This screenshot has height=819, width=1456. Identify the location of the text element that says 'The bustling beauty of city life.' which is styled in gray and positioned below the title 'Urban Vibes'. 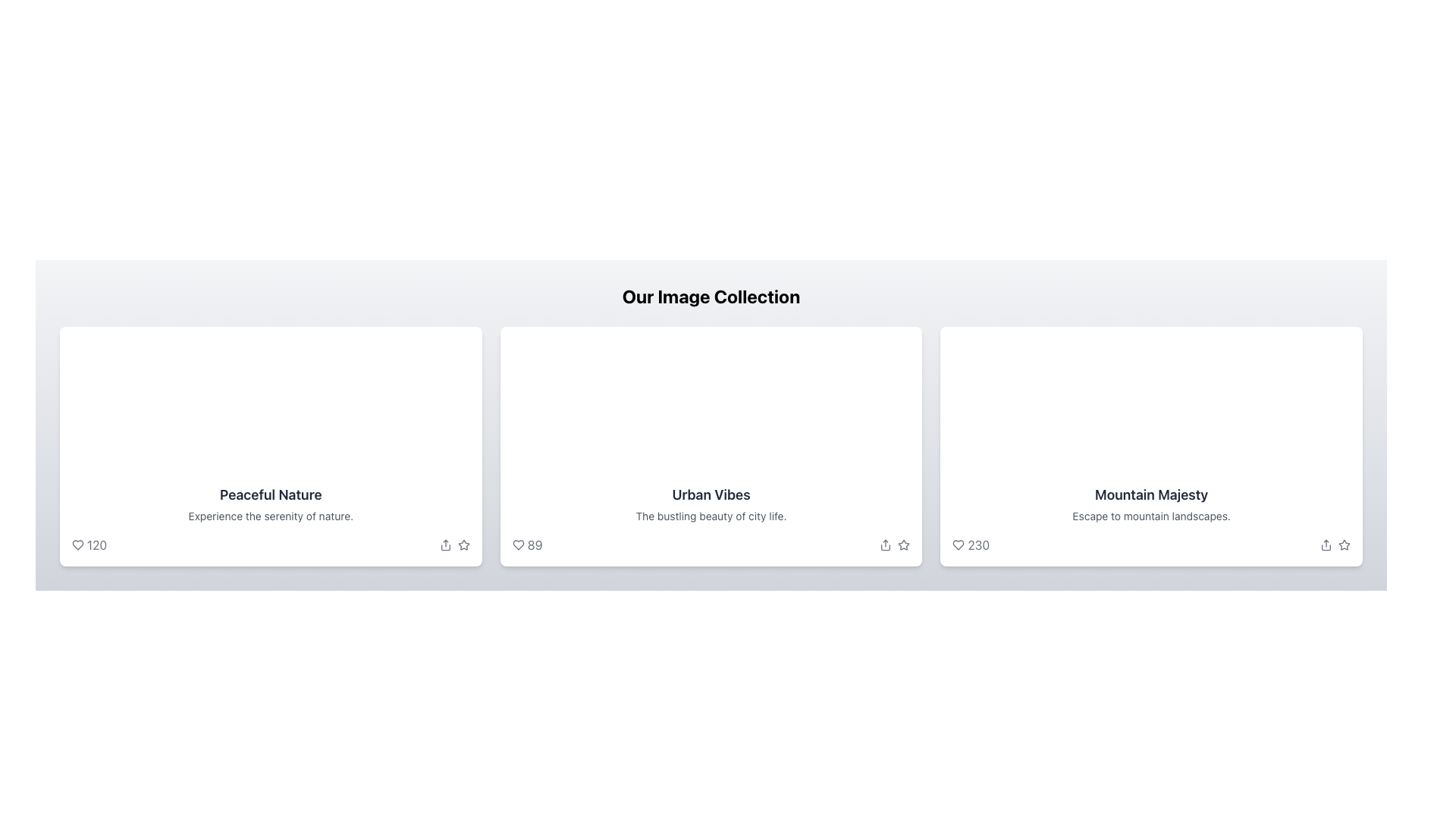
(710, 516).